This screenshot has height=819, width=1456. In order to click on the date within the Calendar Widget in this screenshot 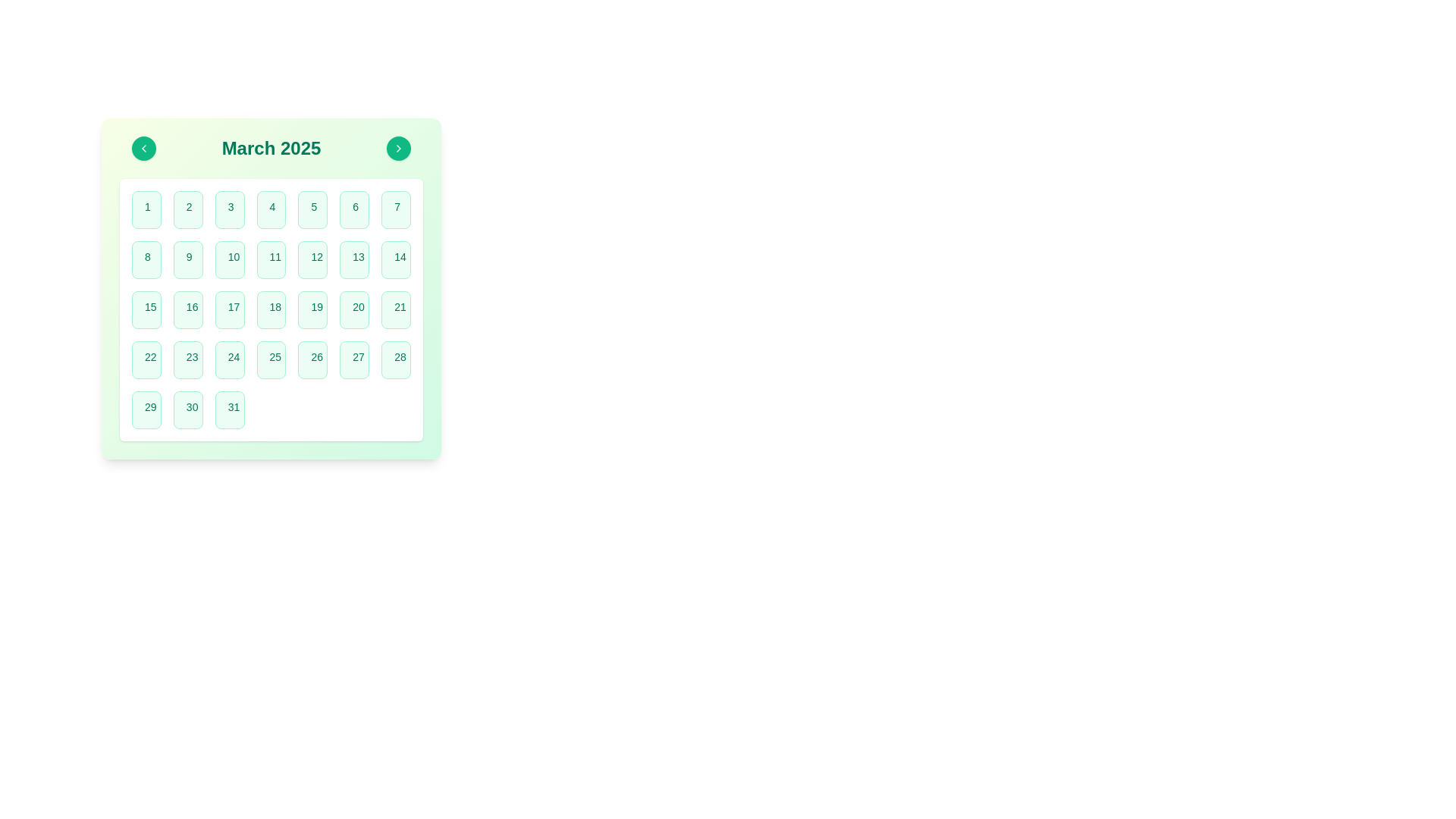, I will do `click(271, 289)`.